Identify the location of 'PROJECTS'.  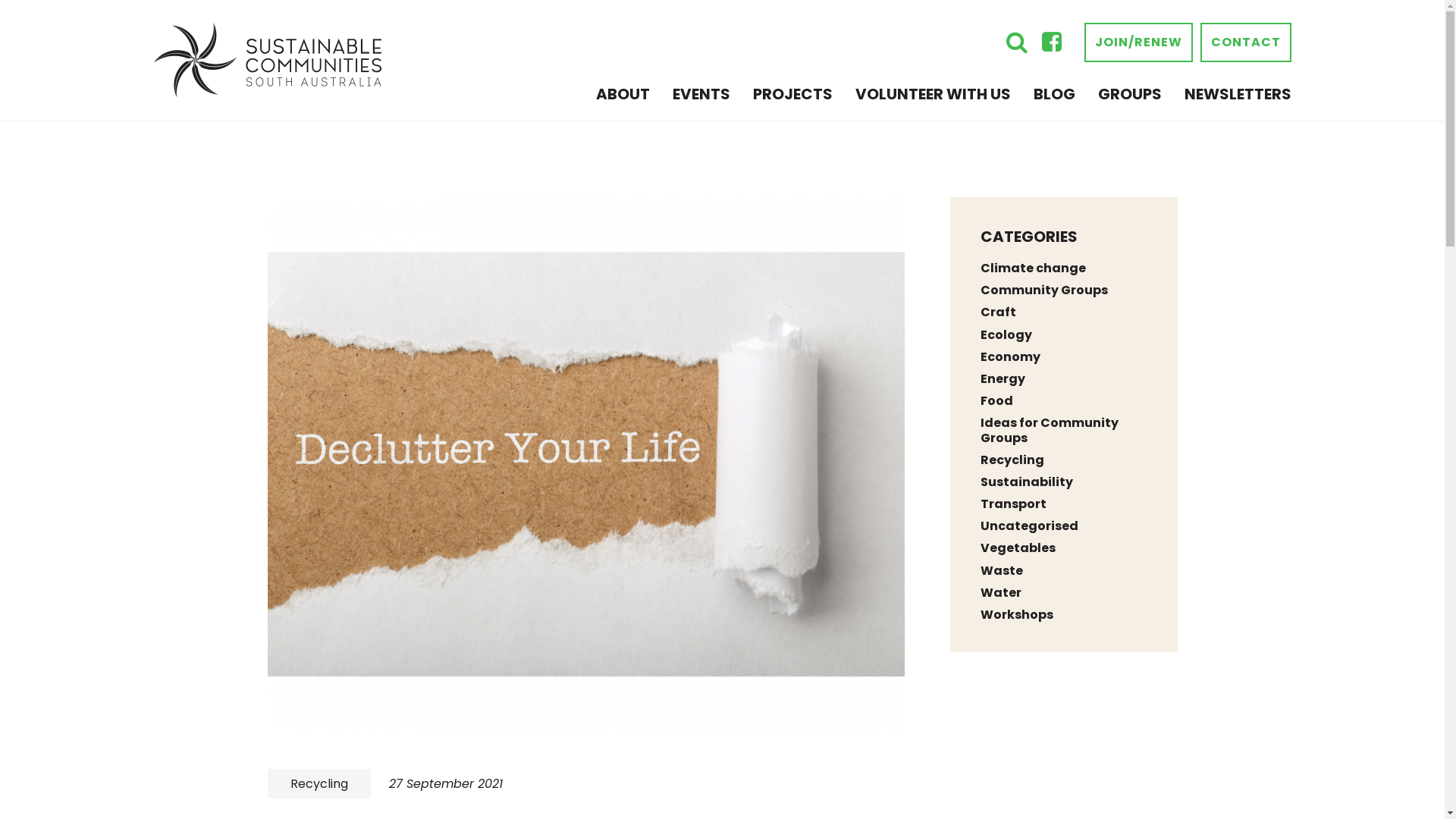
(791, 93).